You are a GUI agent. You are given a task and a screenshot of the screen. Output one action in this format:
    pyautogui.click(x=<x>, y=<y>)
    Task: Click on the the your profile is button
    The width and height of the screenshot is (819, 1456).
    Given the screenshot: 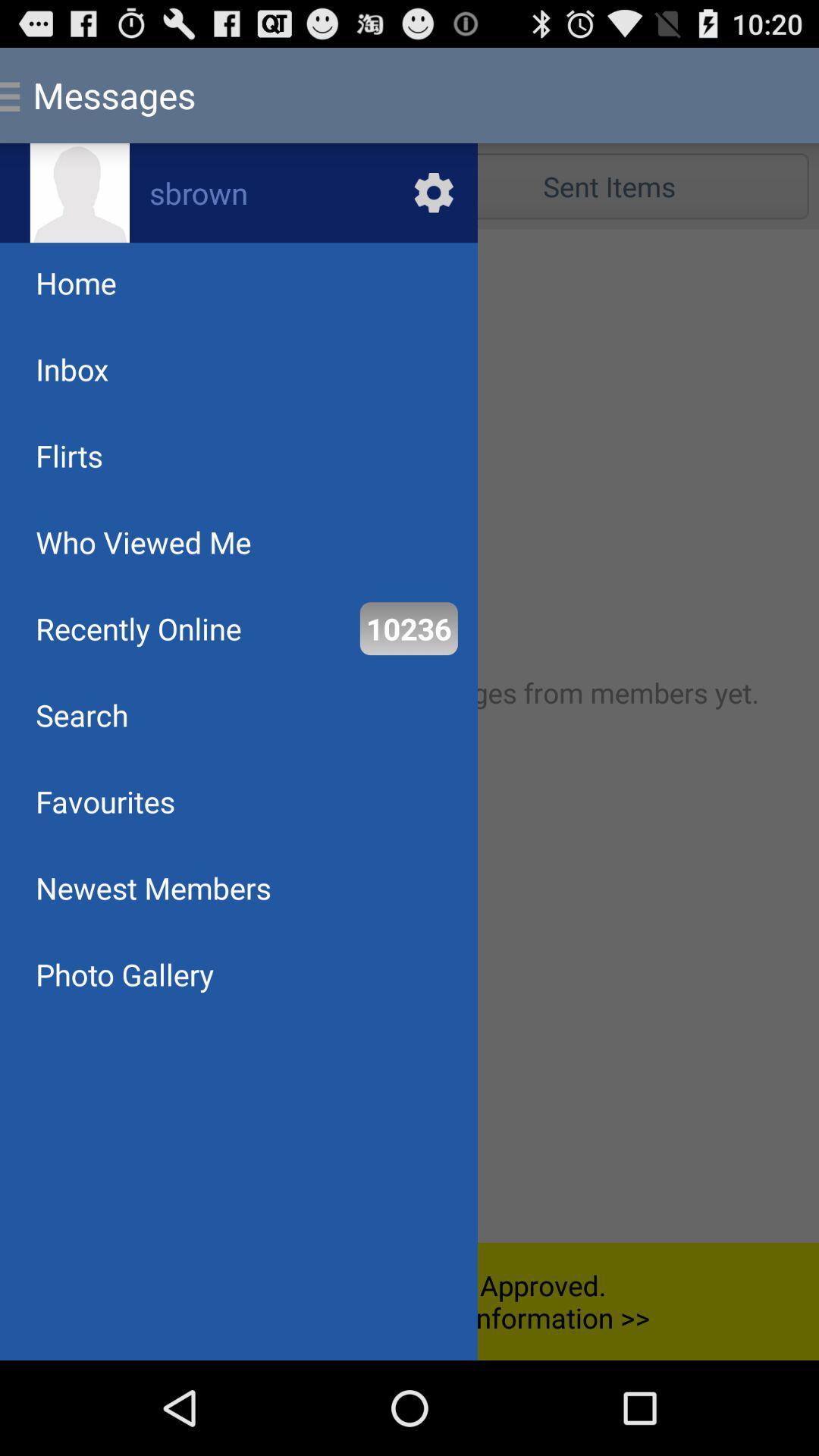 What is the action you would take?
    pyautogui.click(x=409, y=1301)
    